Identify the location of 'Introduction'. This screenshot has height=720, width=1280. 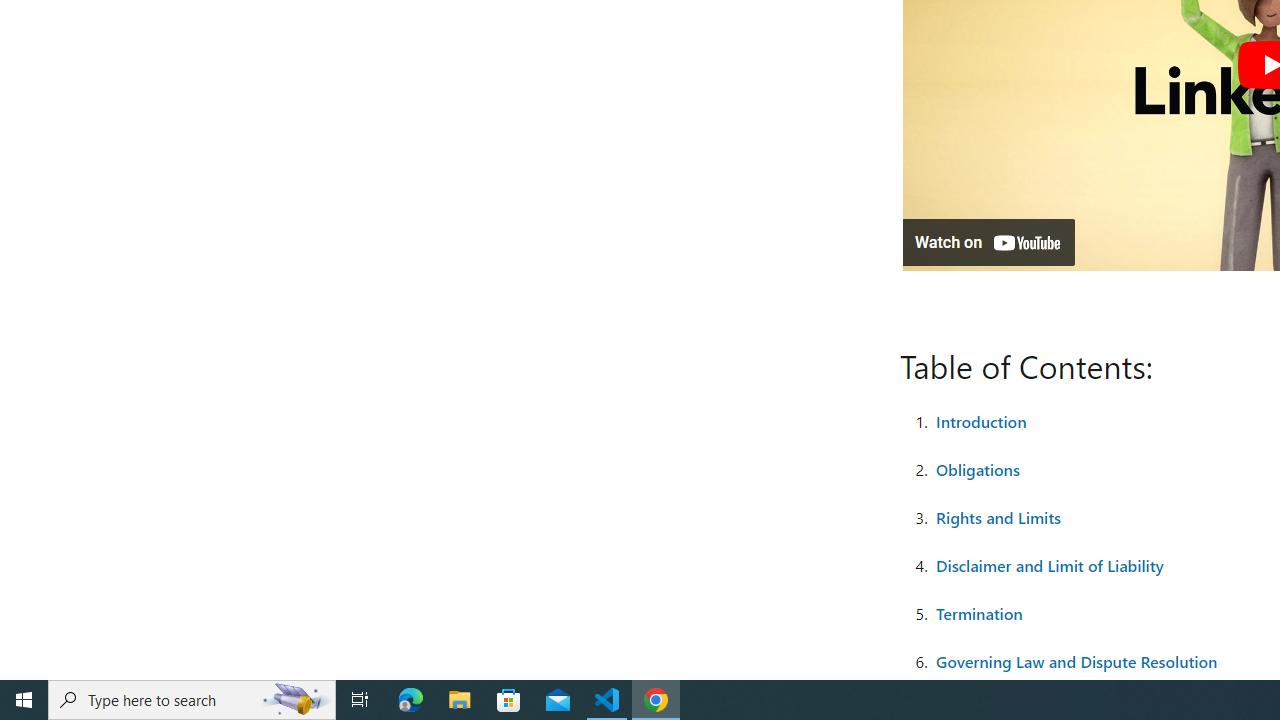
(981, 419).